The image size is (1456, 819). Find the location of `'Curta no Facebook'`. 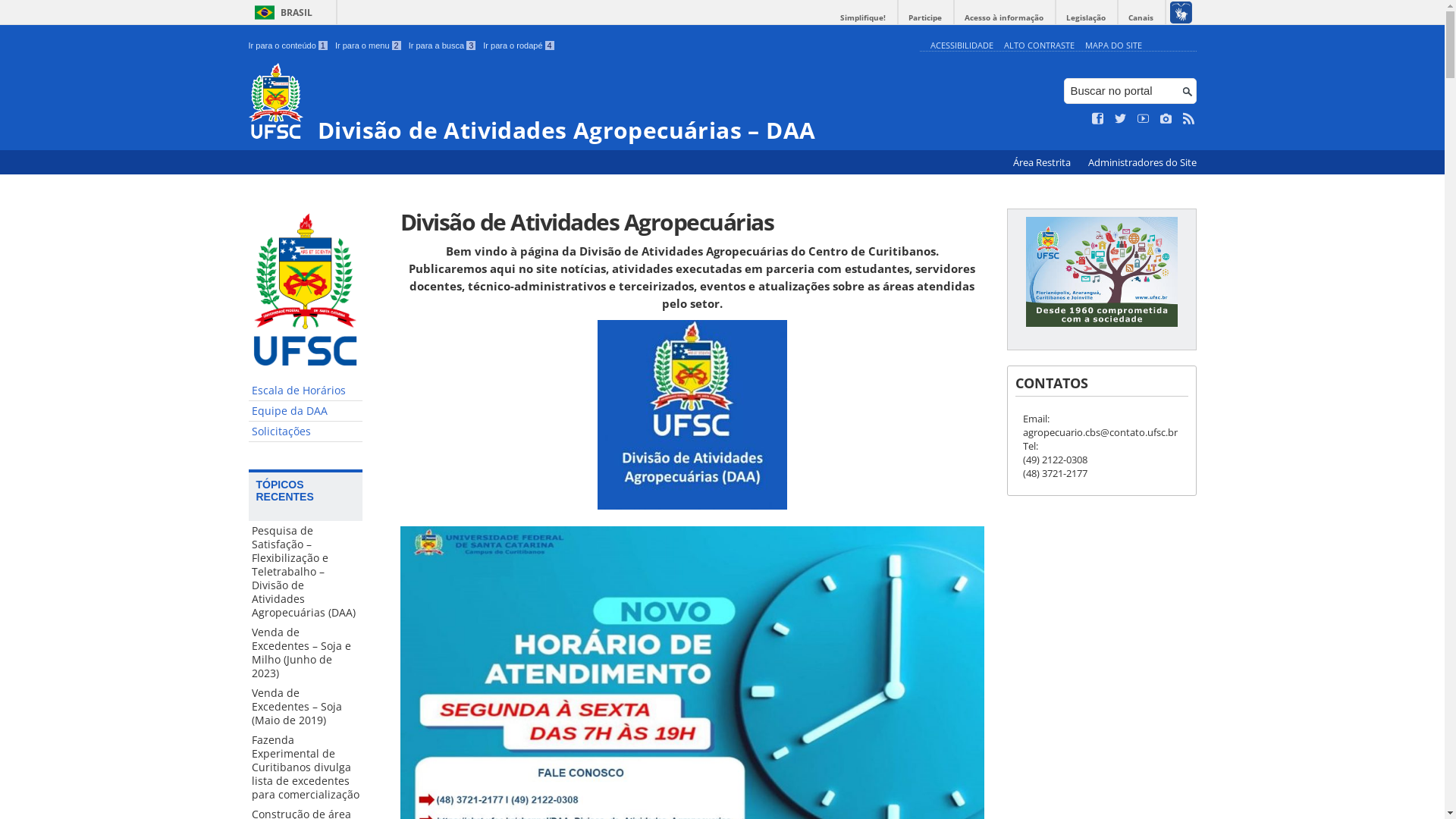

'Curta no Facebook' is located at coordinates (1098, 118).